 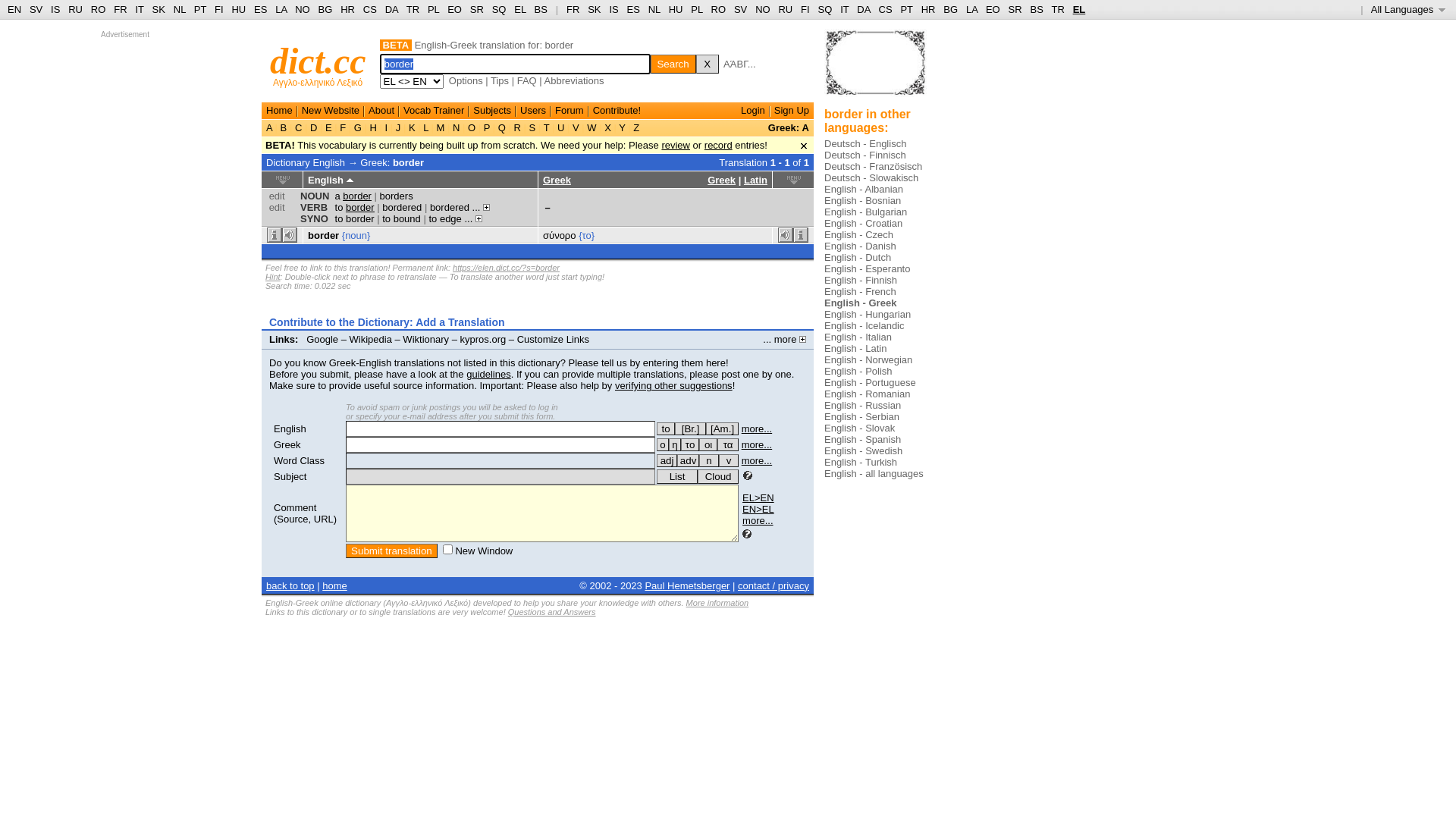 What do you see at coordinates (858, 256) in the screenshot?
I see `'English - Dutch'` at bounding box center [858, 256].